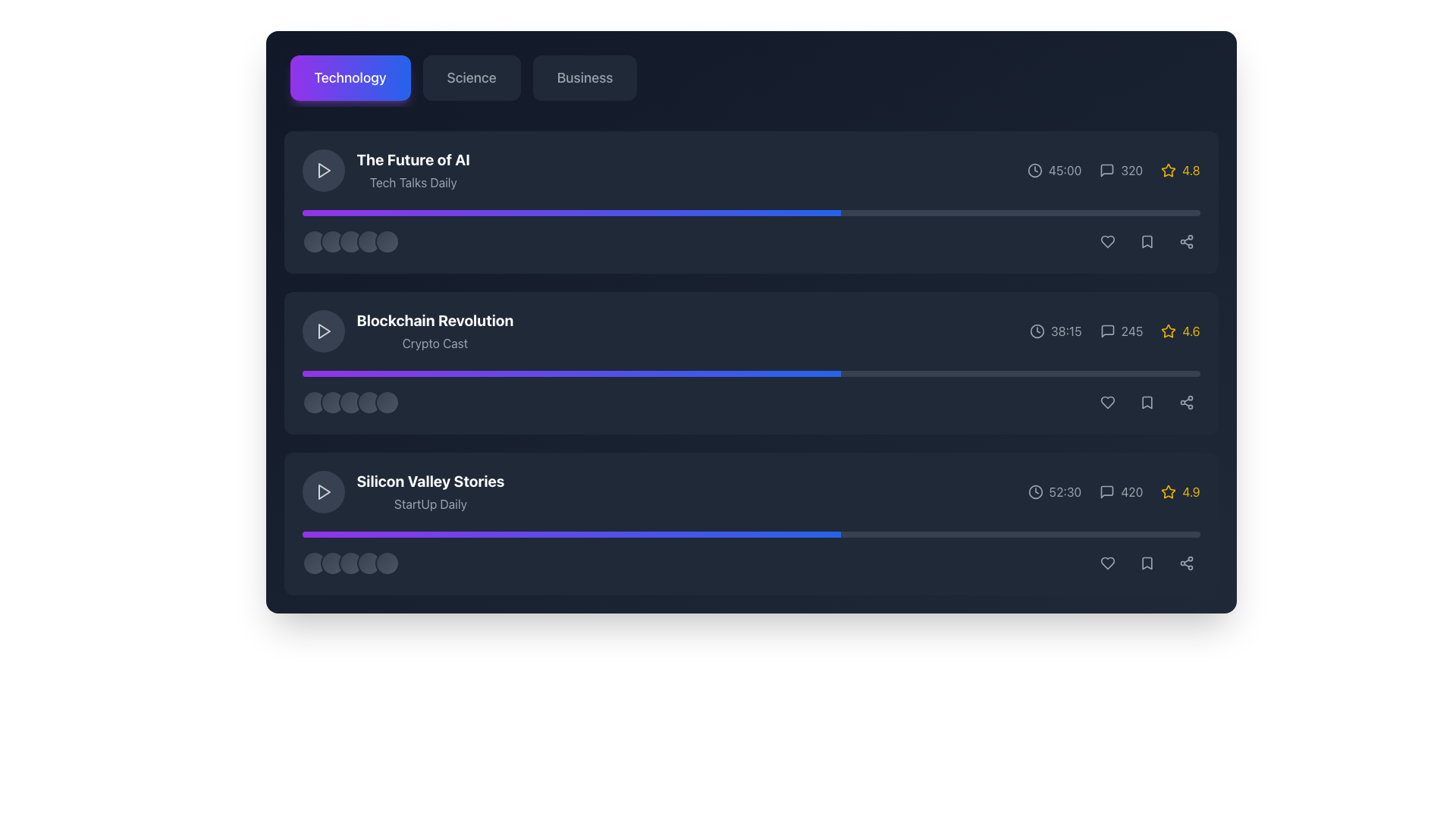  What do you see at coordinates (323, 491) in the screenshot?
I see `the 'play' icon located within the 'Silicon Valley Stories' card` at bounding box center [323, 491].